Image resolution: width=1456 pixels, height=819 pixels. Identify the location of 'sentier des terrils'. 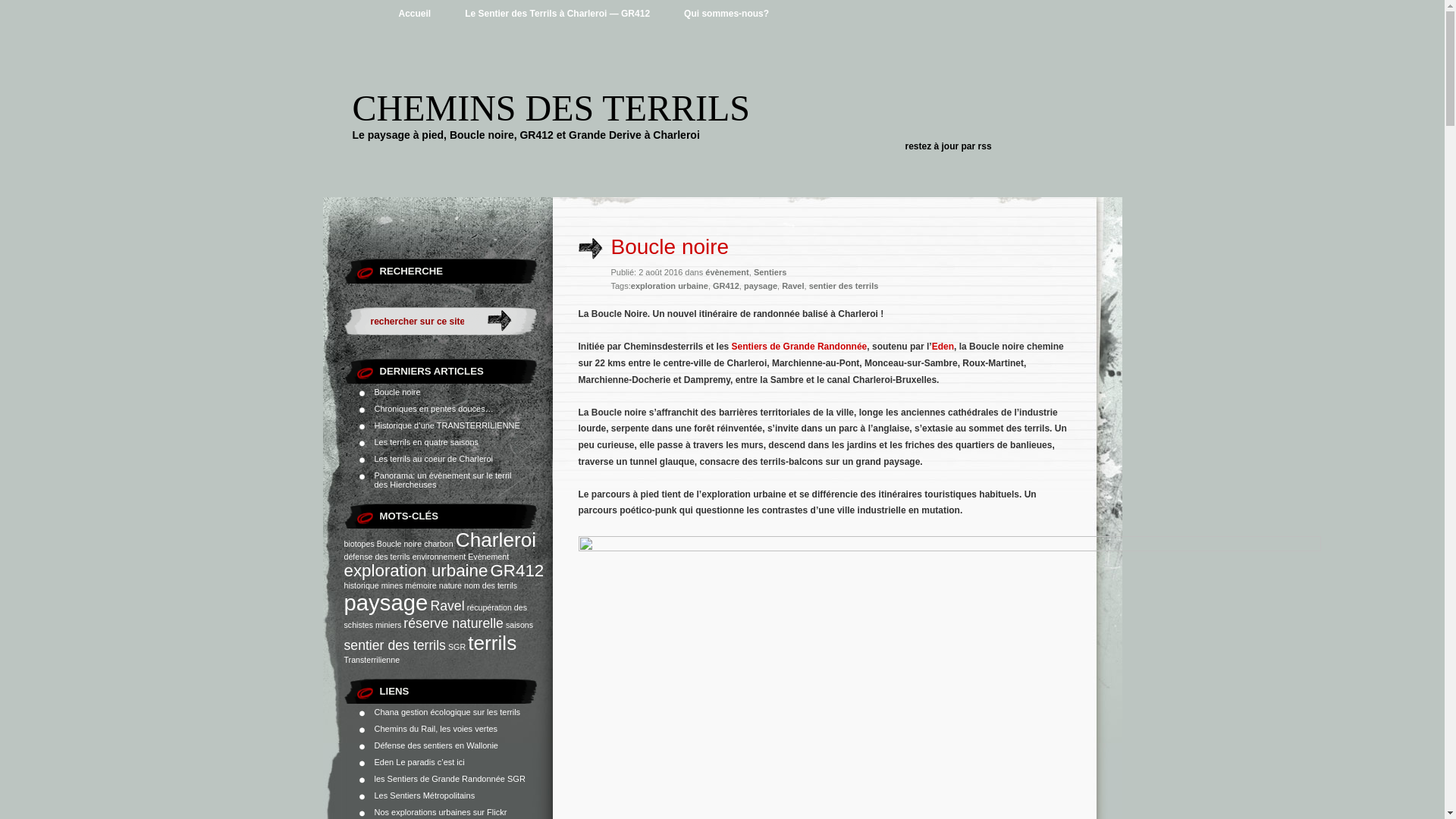
(843, 286).